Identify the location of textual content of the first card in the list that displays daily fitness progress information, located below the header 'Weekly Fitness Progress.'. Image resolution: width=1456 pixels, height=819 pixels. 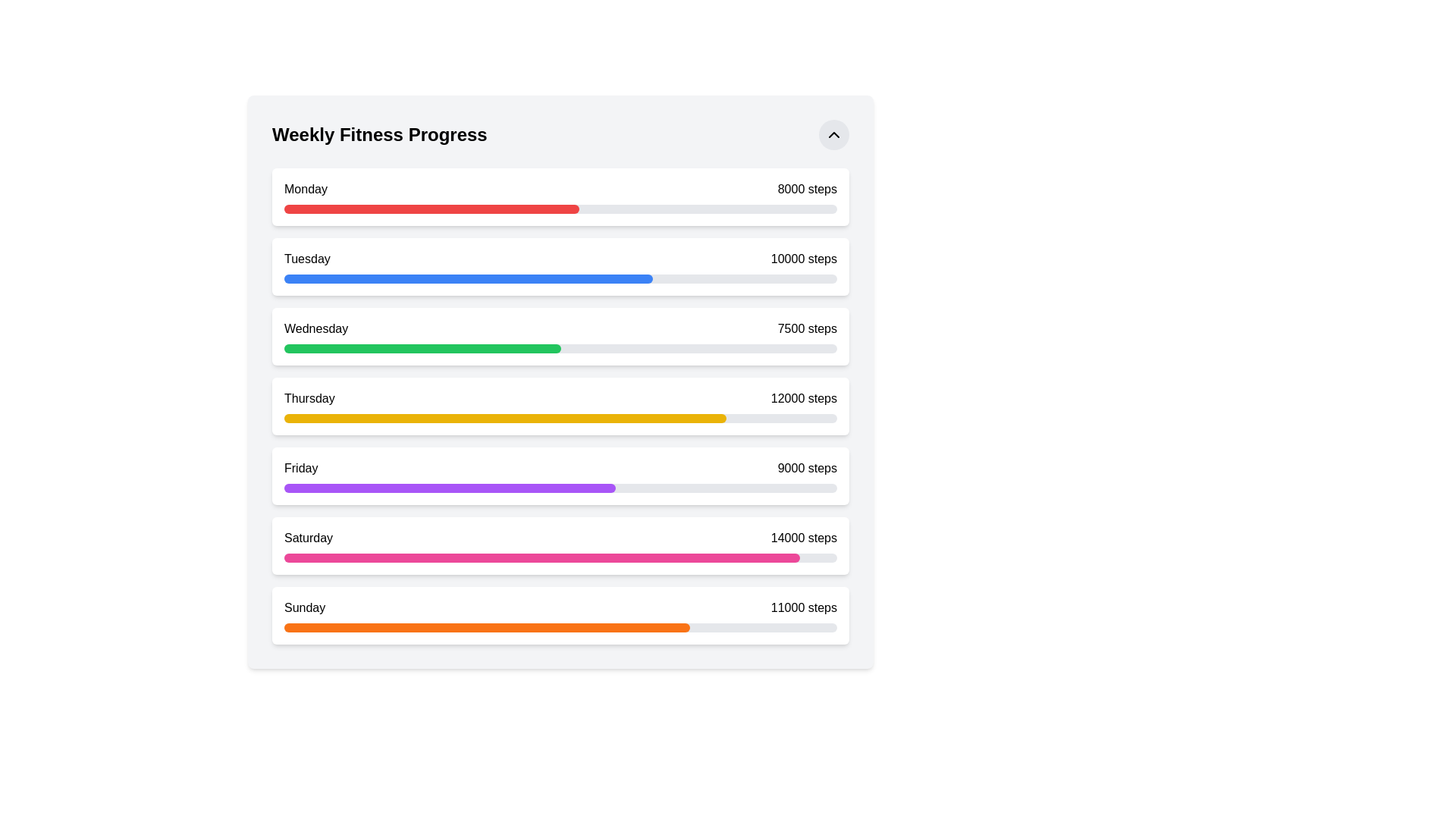
(560, 196).